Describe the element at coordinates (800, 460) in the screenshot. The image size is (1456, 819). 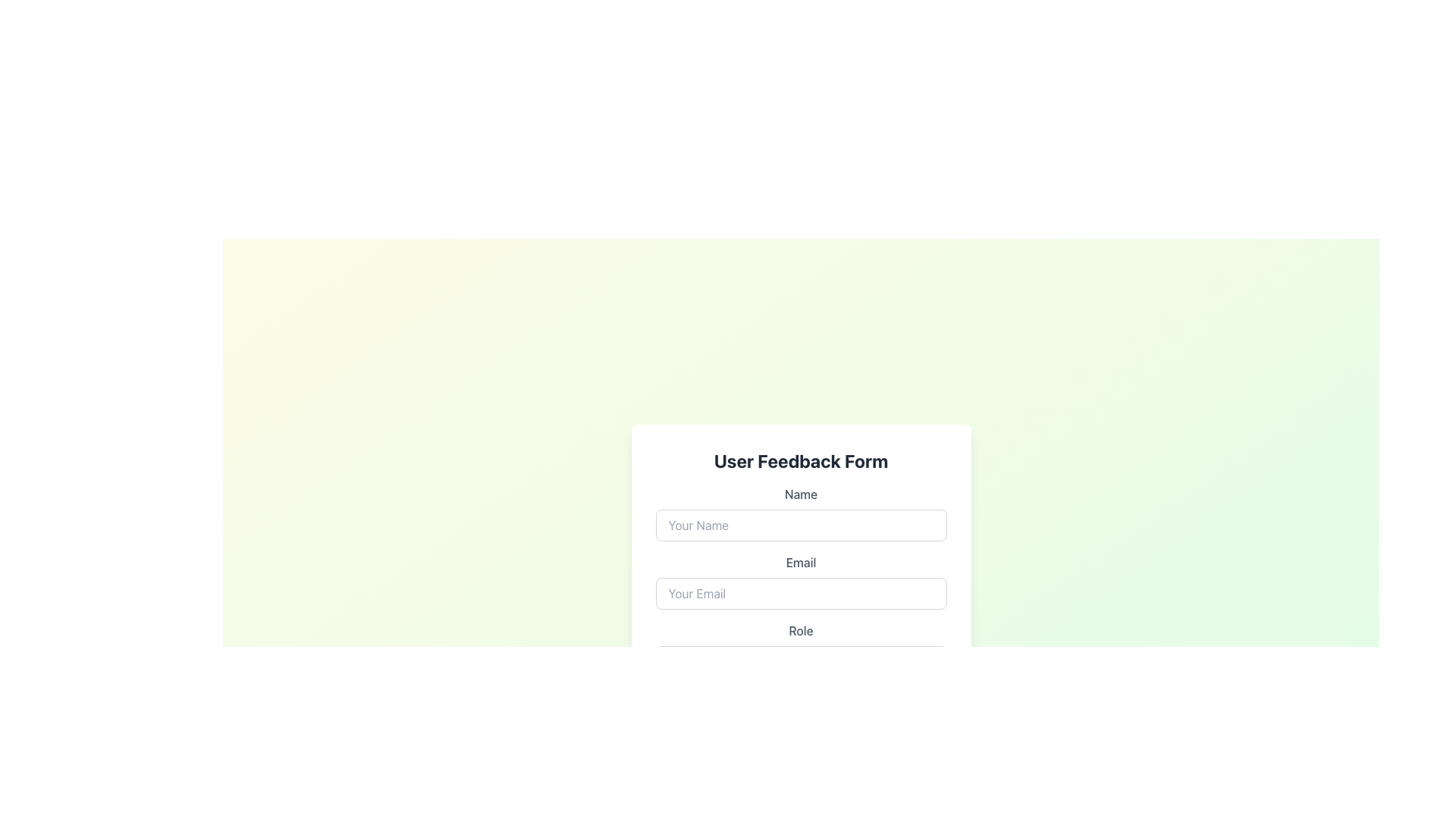
I see `the text element that serves as the header for the feedback form, positioned at the topmost part of the vertically stacked component` at that location.